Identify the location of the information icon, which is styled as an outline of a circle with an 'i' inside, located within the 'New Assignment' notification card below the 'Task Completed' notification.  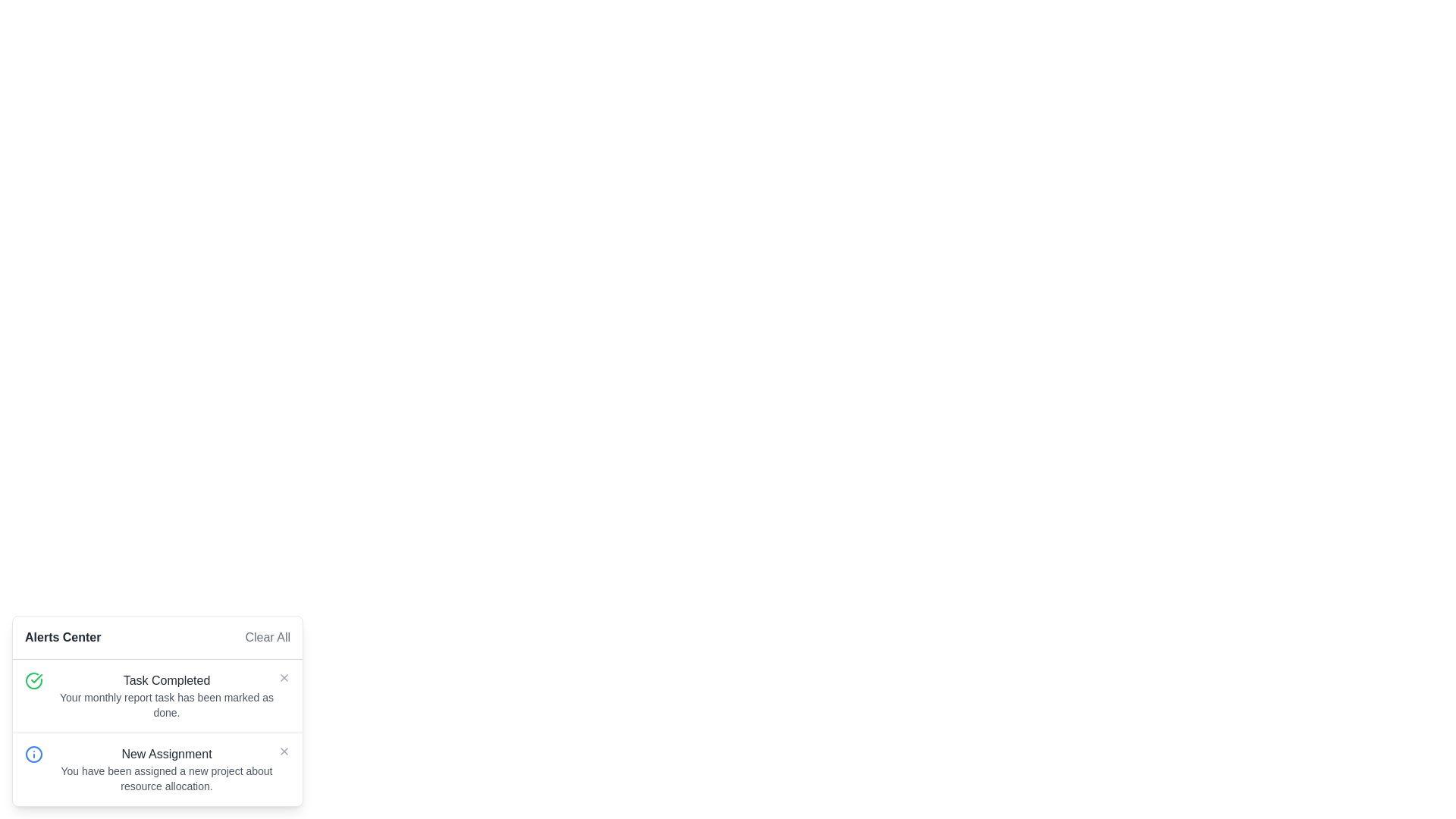
(33, 755).